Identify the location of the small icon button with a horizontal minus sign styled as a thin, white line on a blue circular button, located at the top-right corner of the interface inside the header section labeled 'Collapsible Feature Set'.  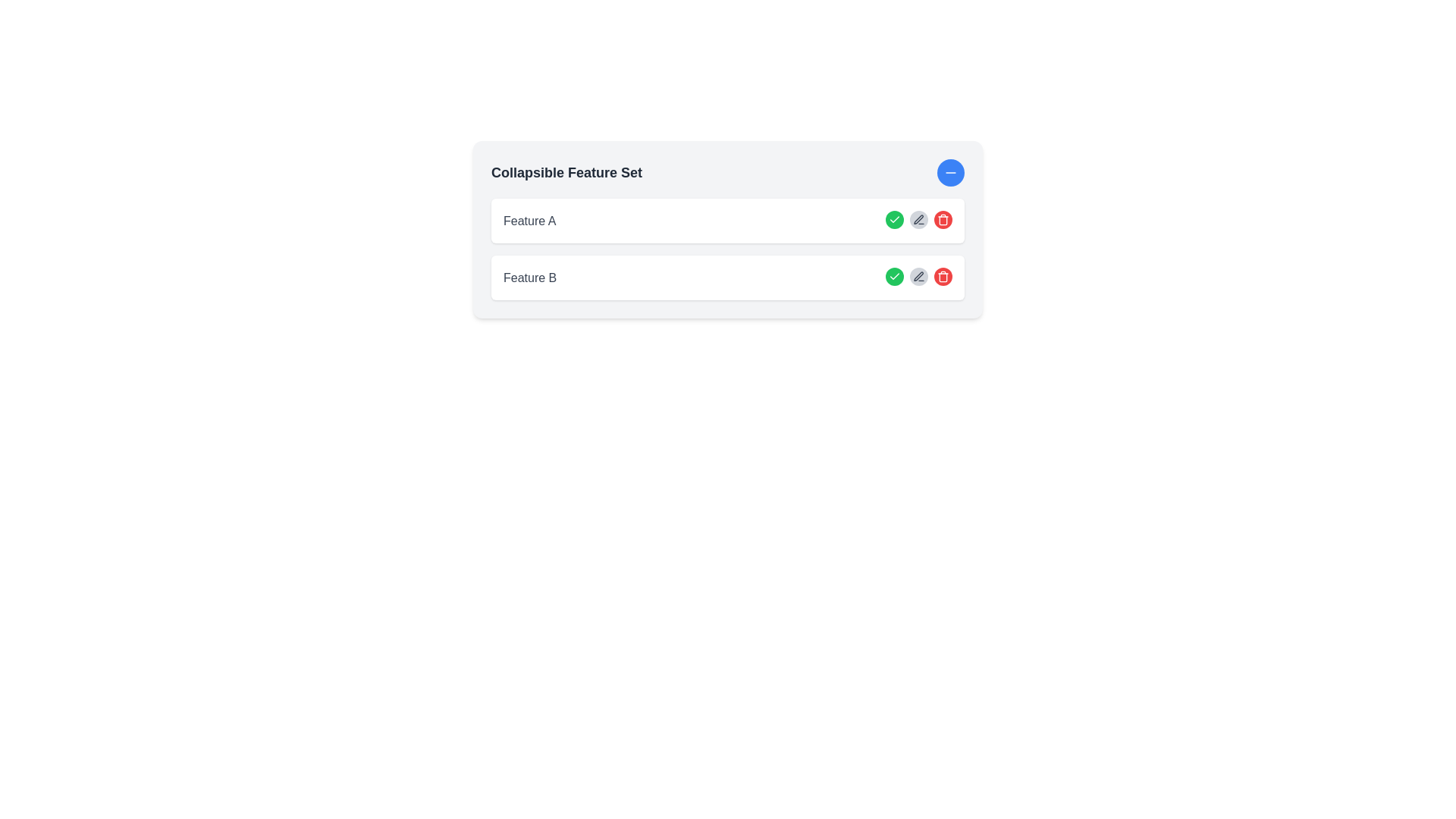
(949, 171).